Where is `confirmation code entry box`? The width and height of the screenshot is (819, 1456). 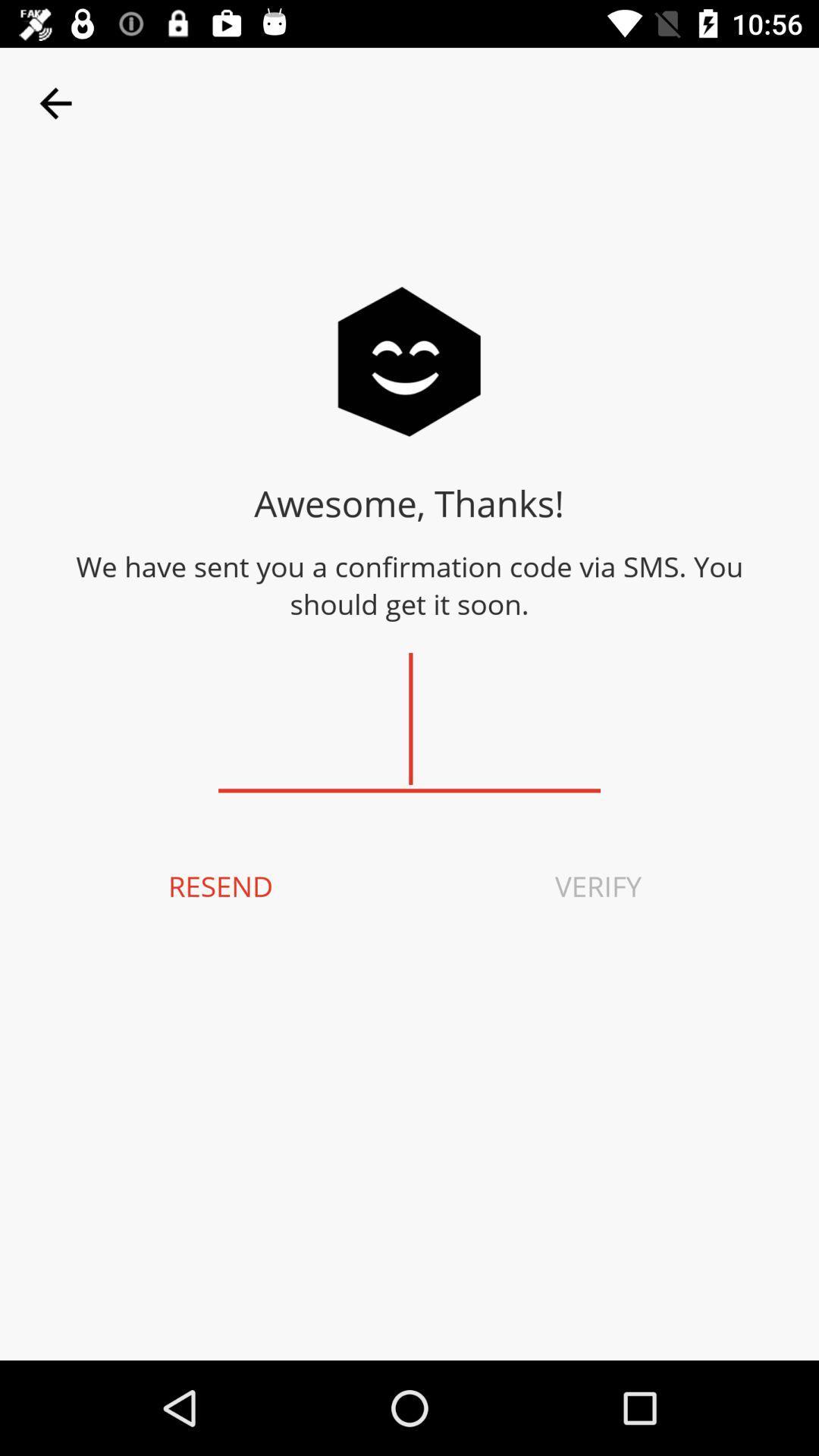
confirmation code entry box is located at coordinates (409, 719).